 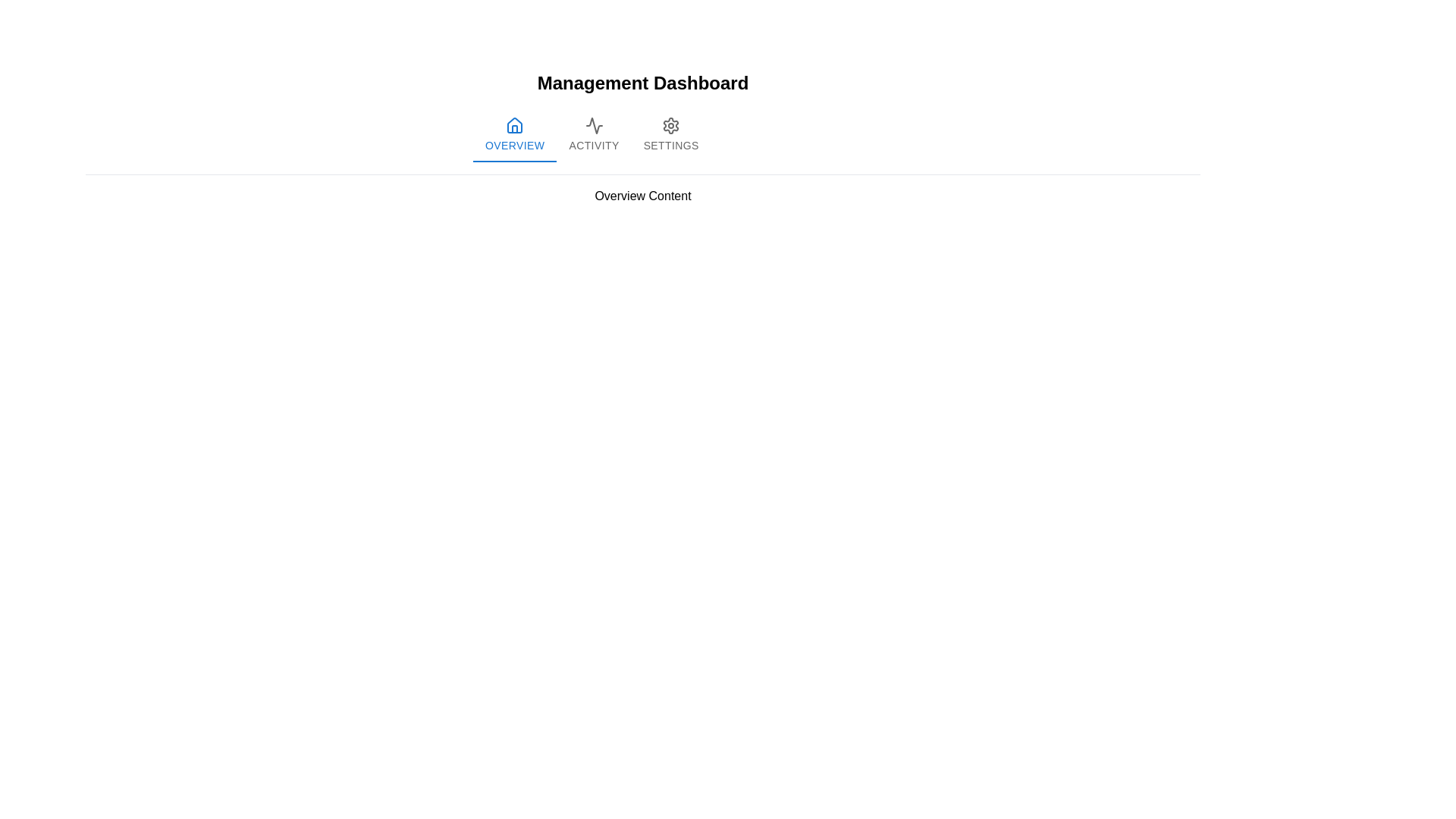 What do you see at coordinates (515, 125) in the screenshot?
I see `the 'Overview' tab icon located in the top navigation bar, positioned at the leftmost side` at bounding box center [515, 125].